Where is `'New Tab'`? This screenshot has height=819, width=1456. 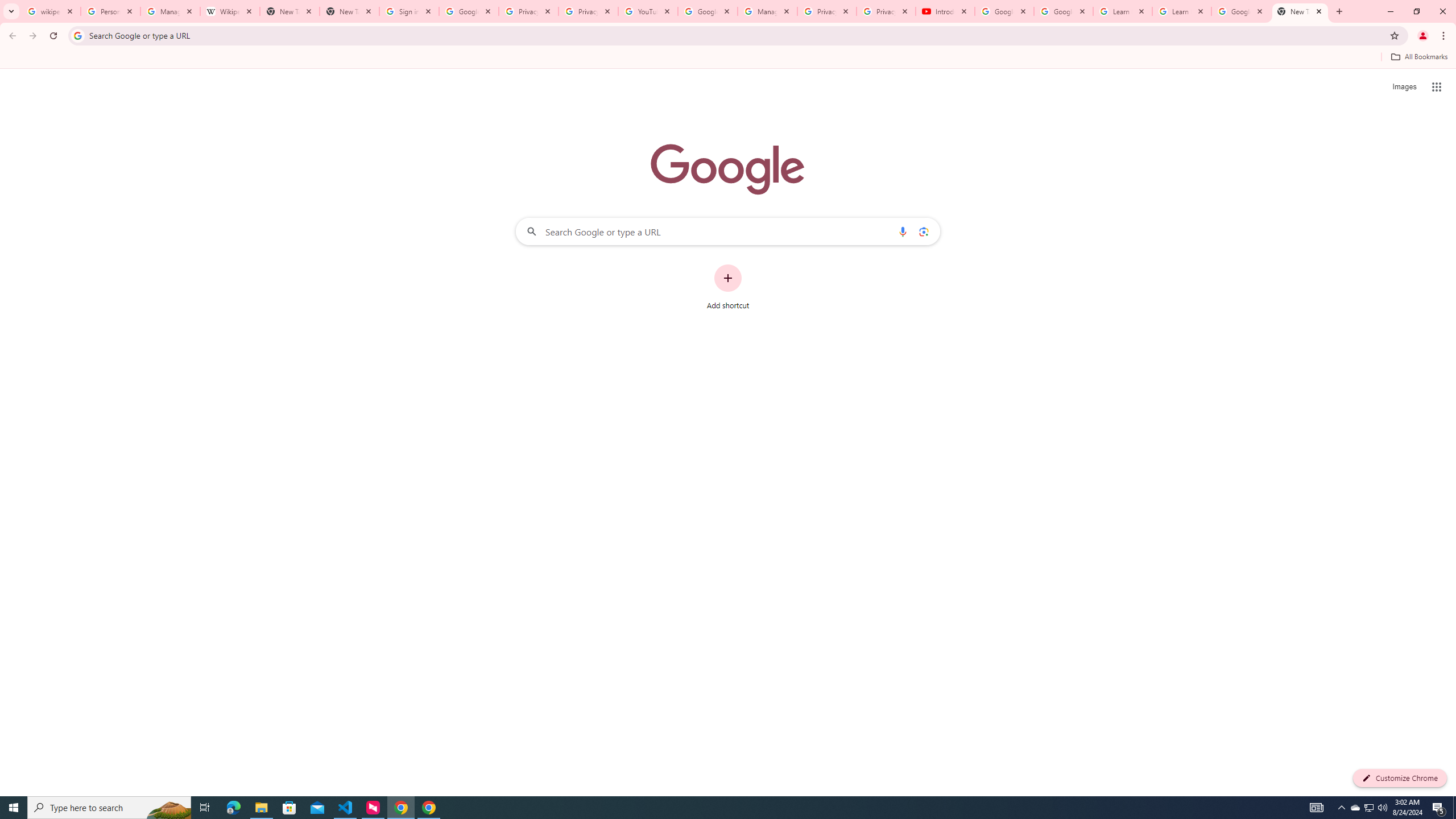
'New Tab' is located at coordinates (1300, 11).